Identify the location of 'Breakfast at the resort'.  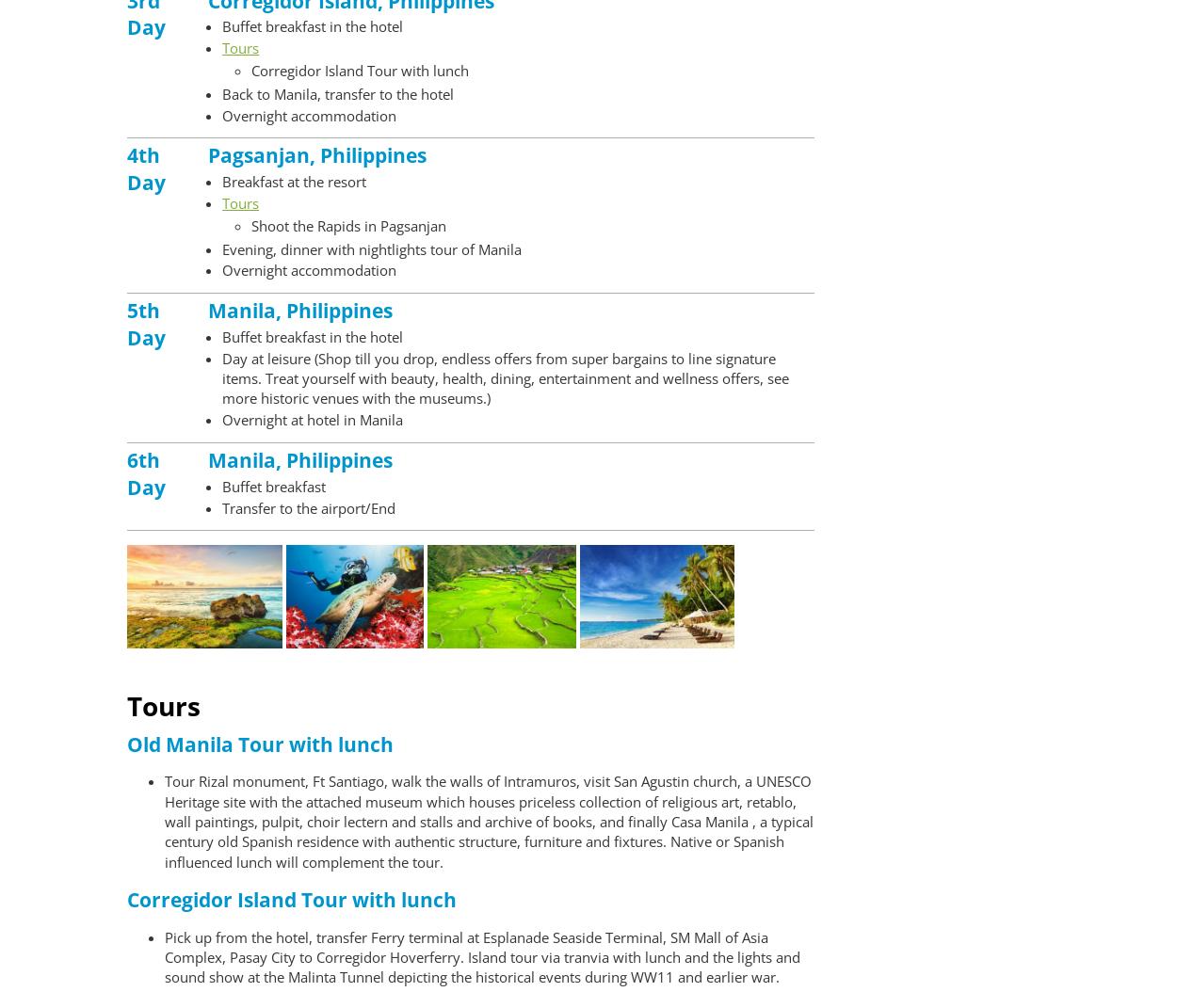
(221, 180).